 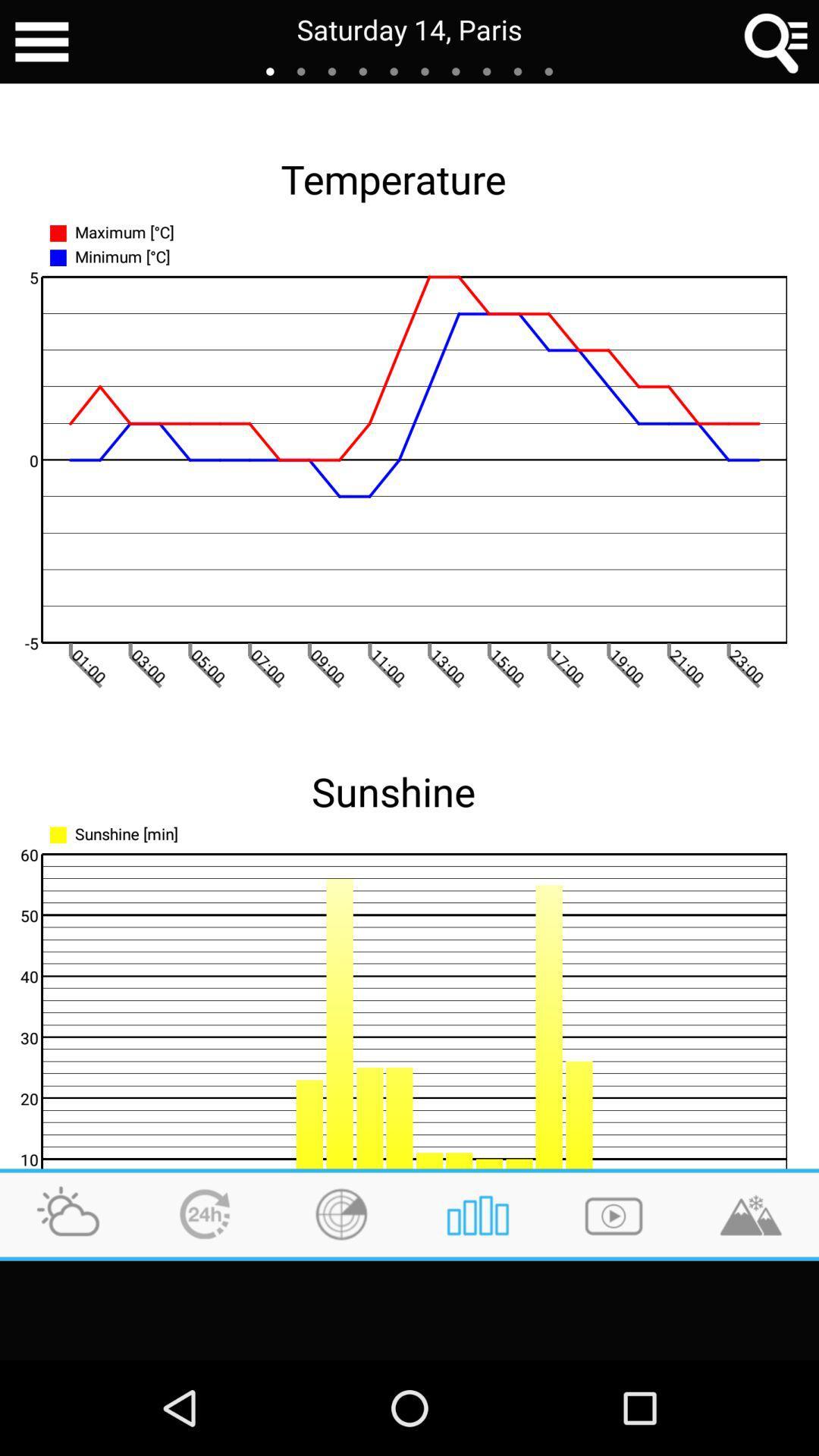 I want to click on open drop down menu, so click(x=41, y=42).